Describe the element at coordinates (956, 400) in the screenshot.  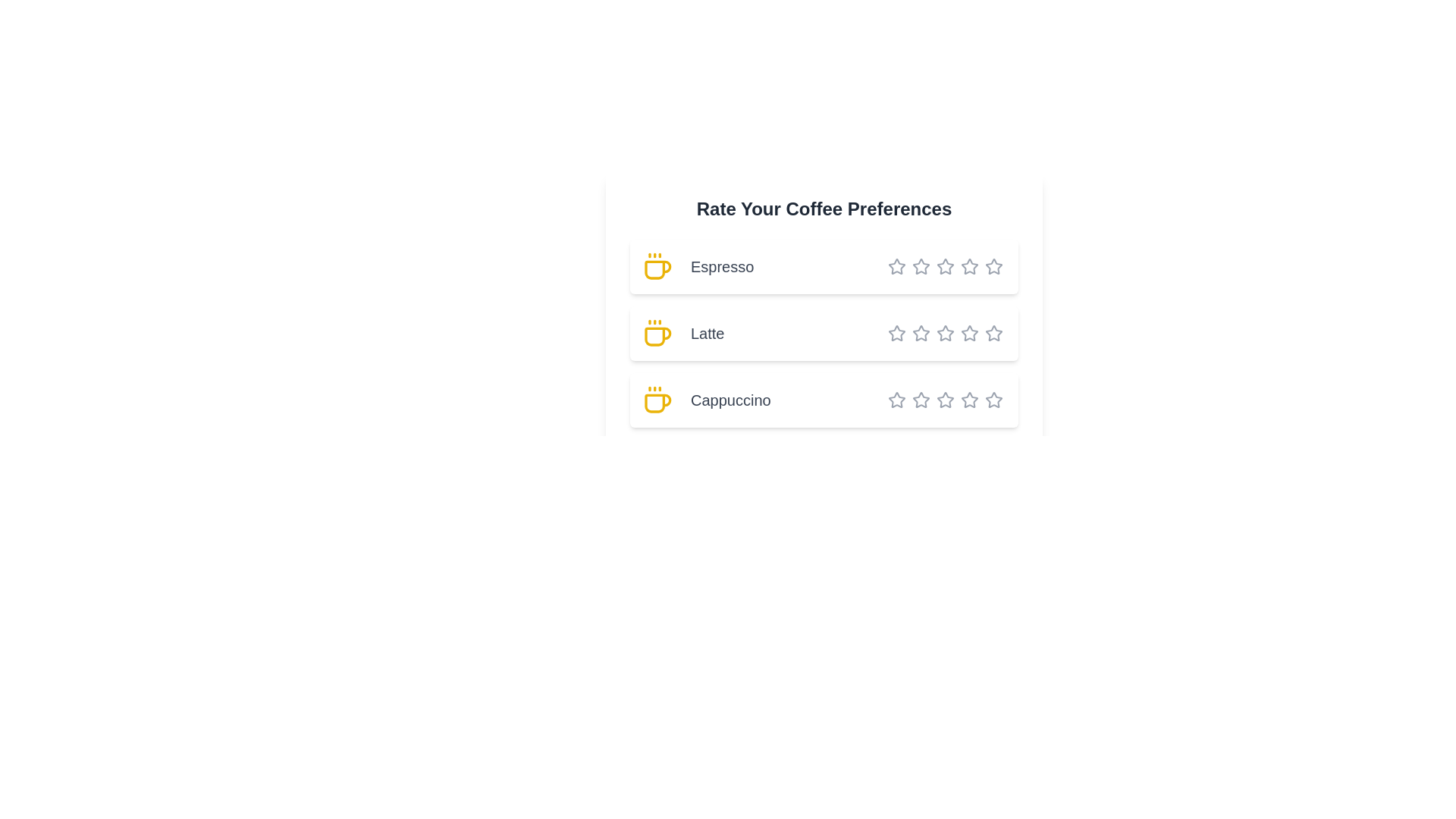
I see `the star corresponding to 5 stars for the coffee type Cappuccino` at that location.